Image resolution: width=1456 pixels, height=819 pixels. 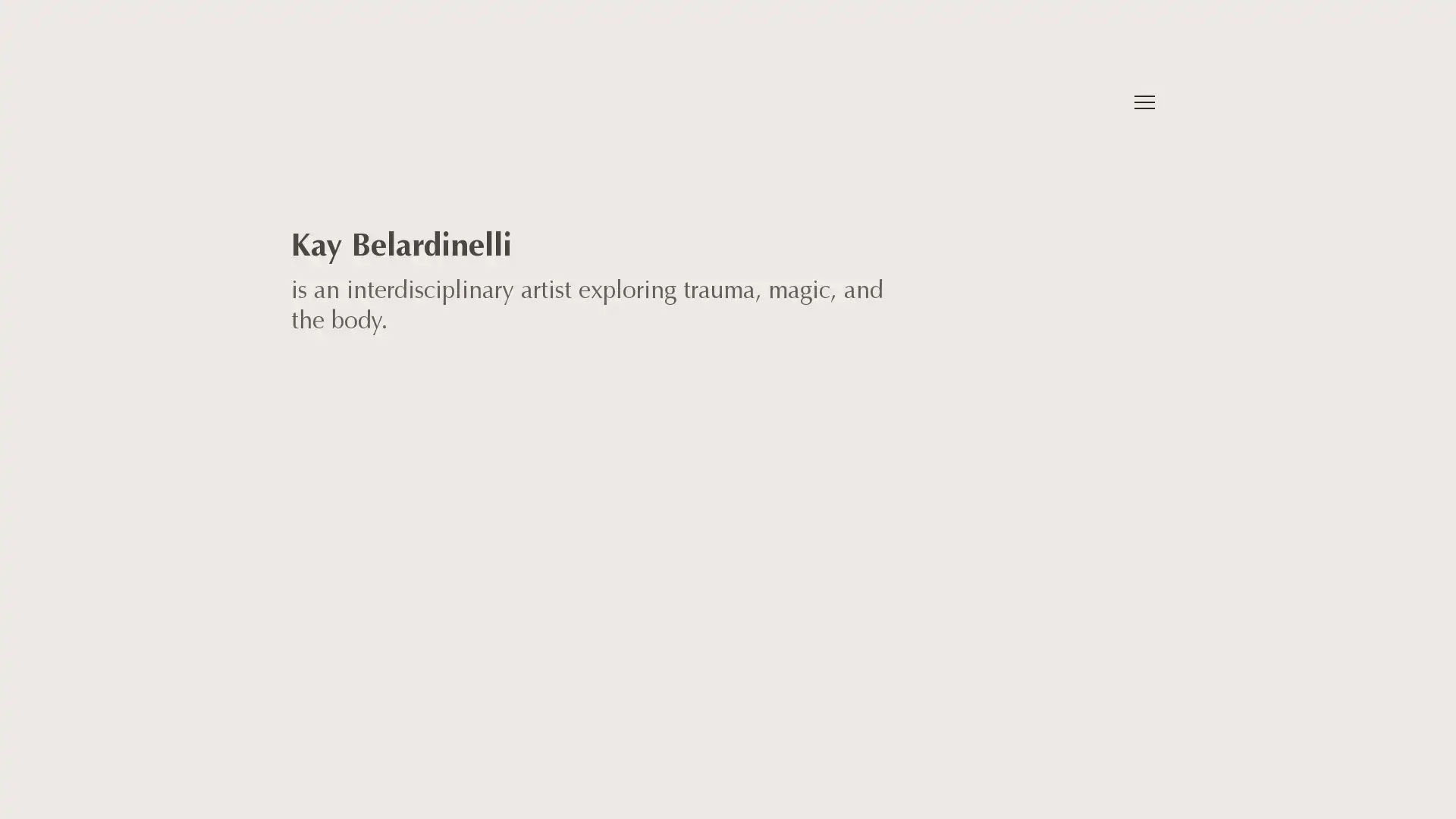 I want to click on Toggle Menu, so click(x=1144, y=102).